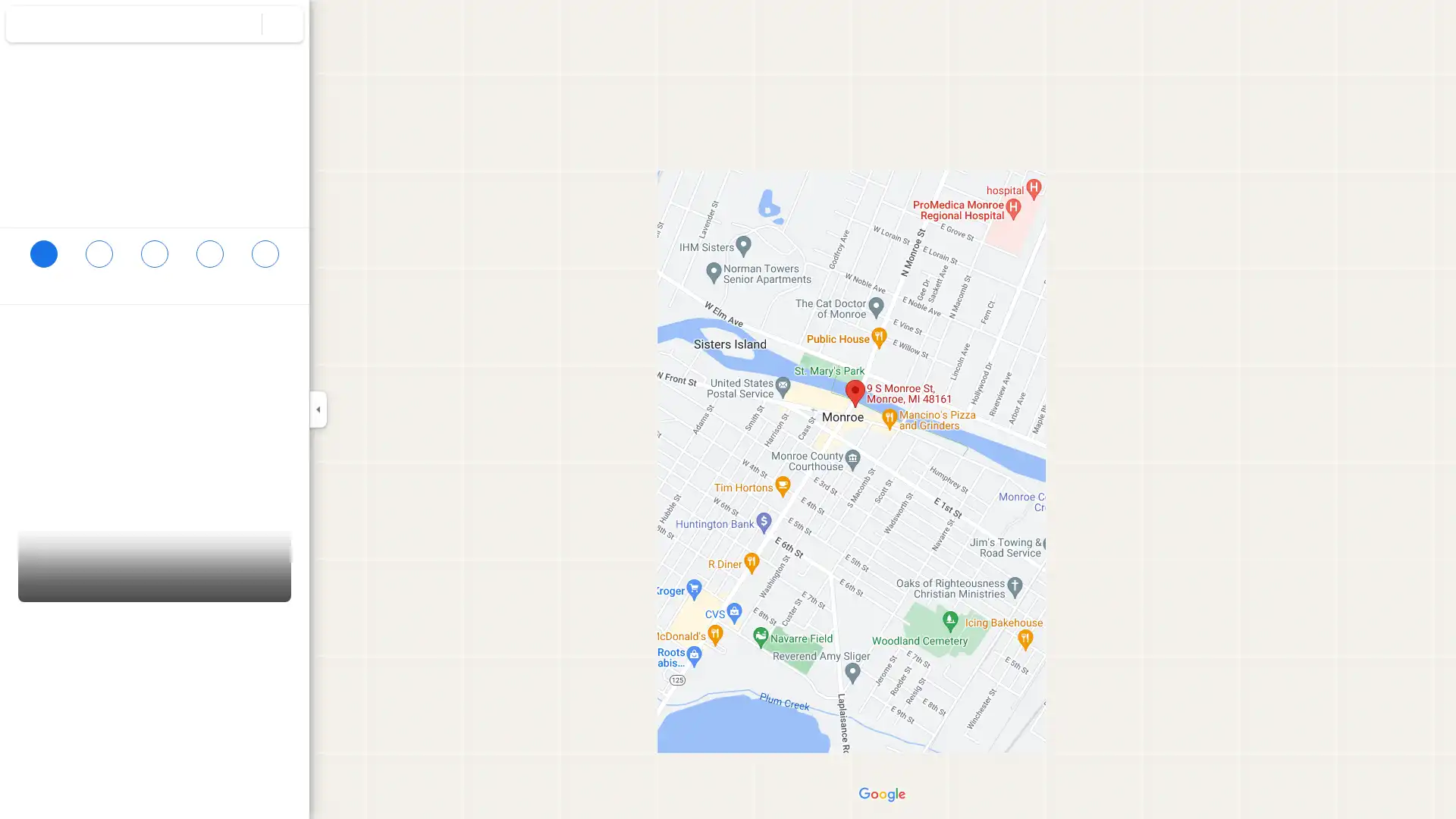  What do you see at coordinates (43, 259) in the screenshot?
I see `Directions to 9 S Monroe St` at bounding box center [43, 259].